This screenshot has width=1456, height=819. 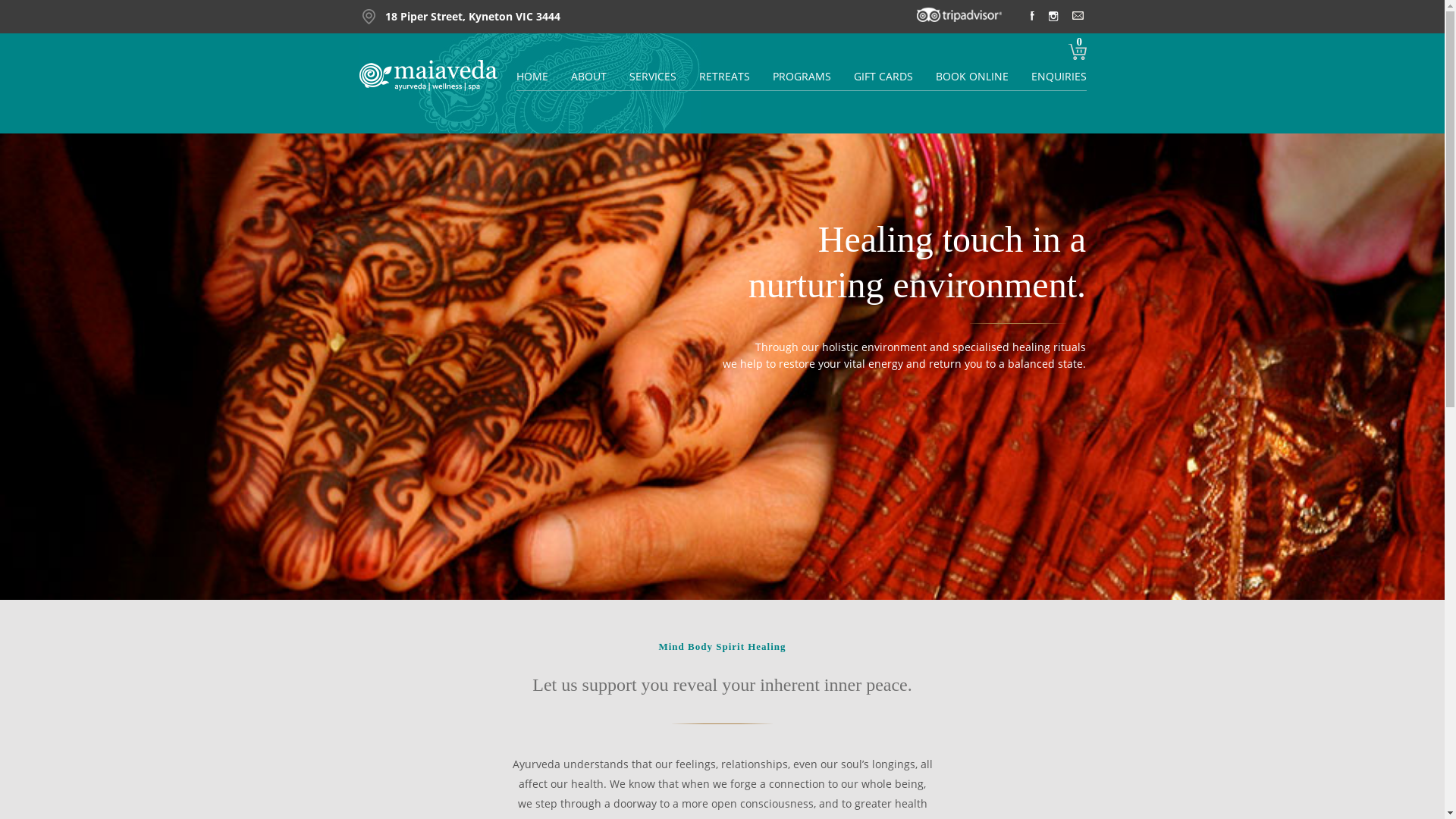 I want to click on ' ', so click(x=963, y=17).